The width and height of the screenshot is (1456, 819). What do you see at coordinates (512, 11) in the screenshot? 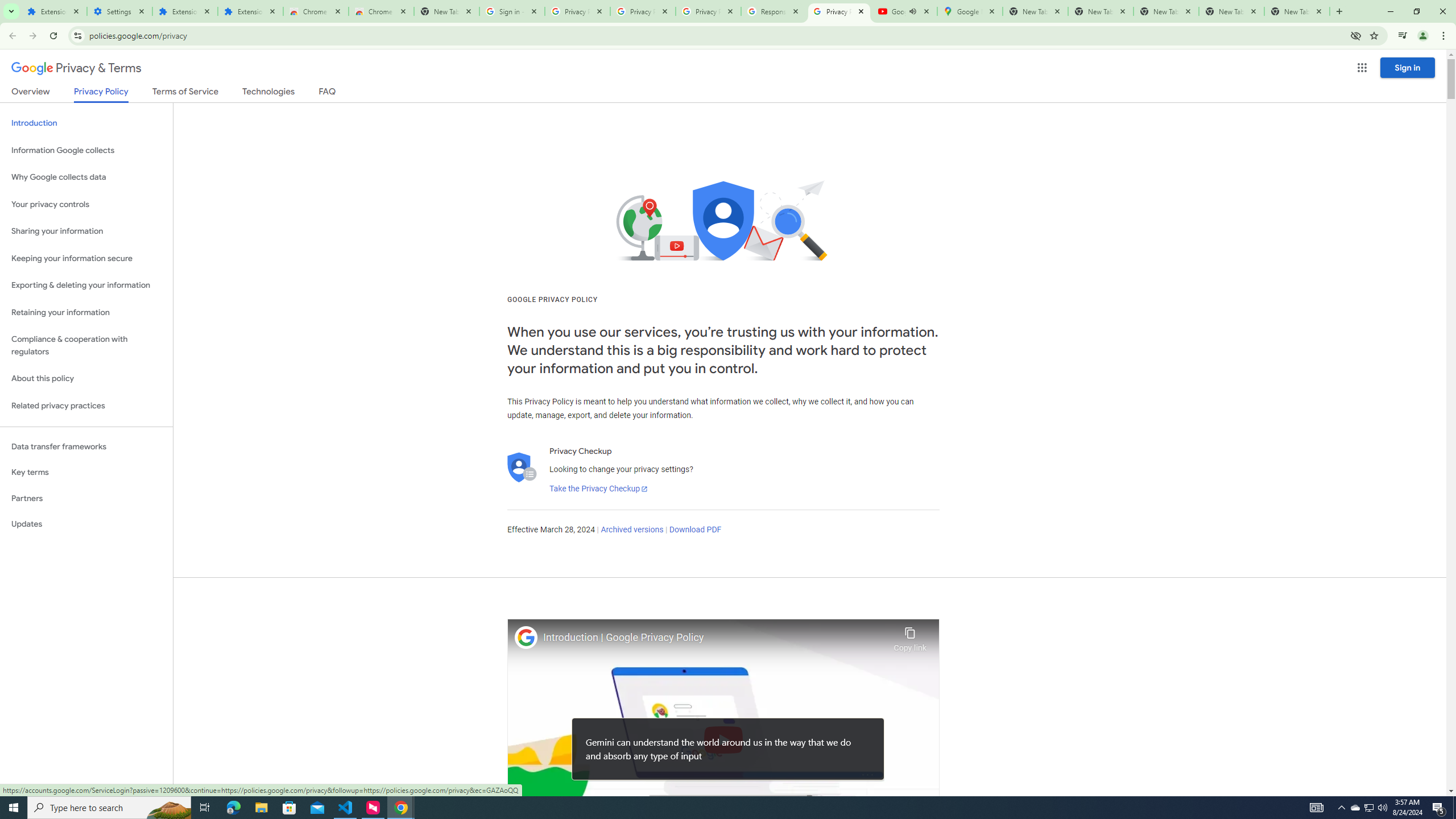
I see `'Sign in - Google Accounts'` at bounding box center [512, 11].